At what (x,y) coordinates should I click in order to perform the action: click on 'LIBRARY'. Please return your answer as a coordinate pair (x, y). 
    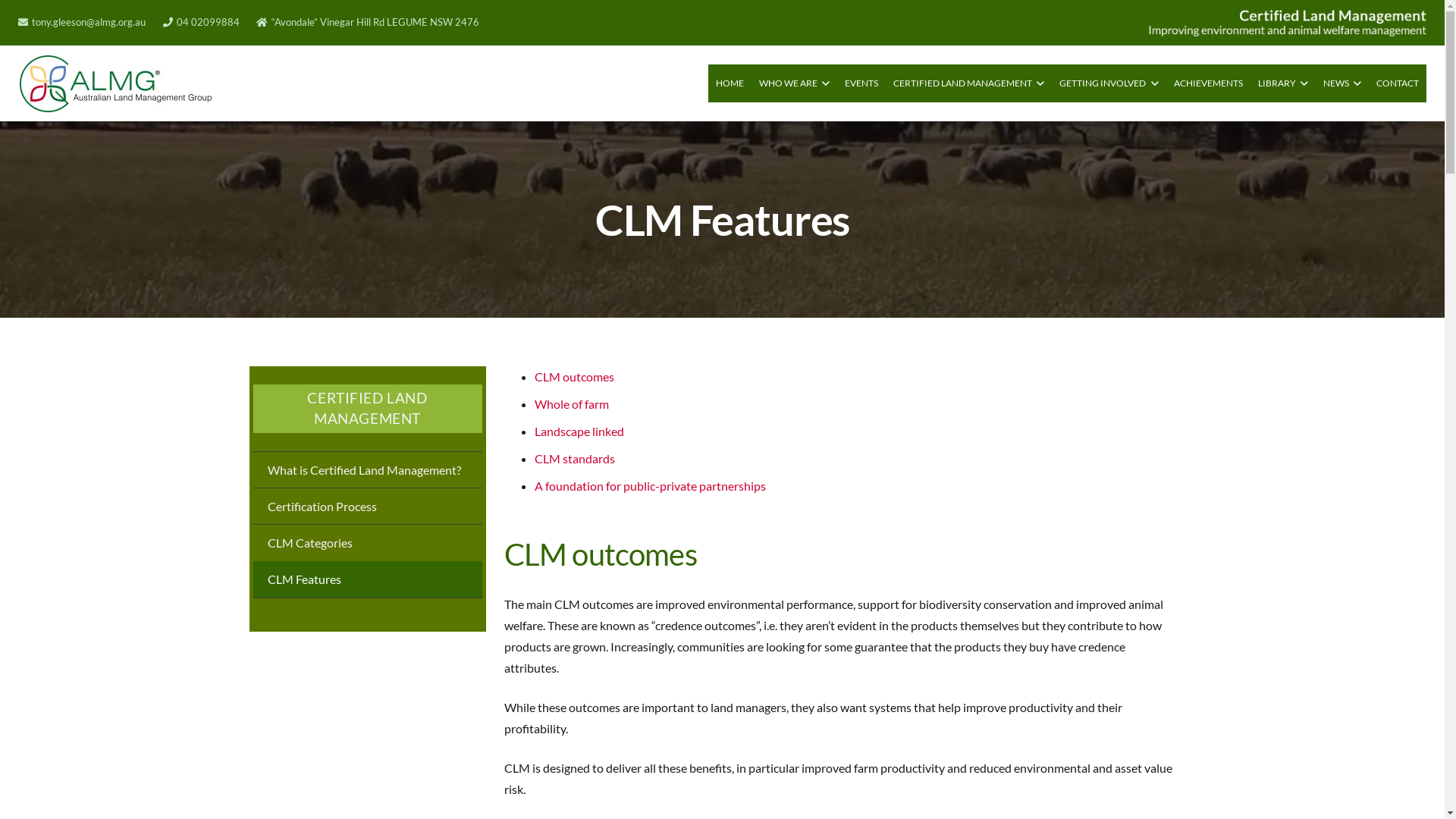
    Looking at the image, I should click on (1282, 83).